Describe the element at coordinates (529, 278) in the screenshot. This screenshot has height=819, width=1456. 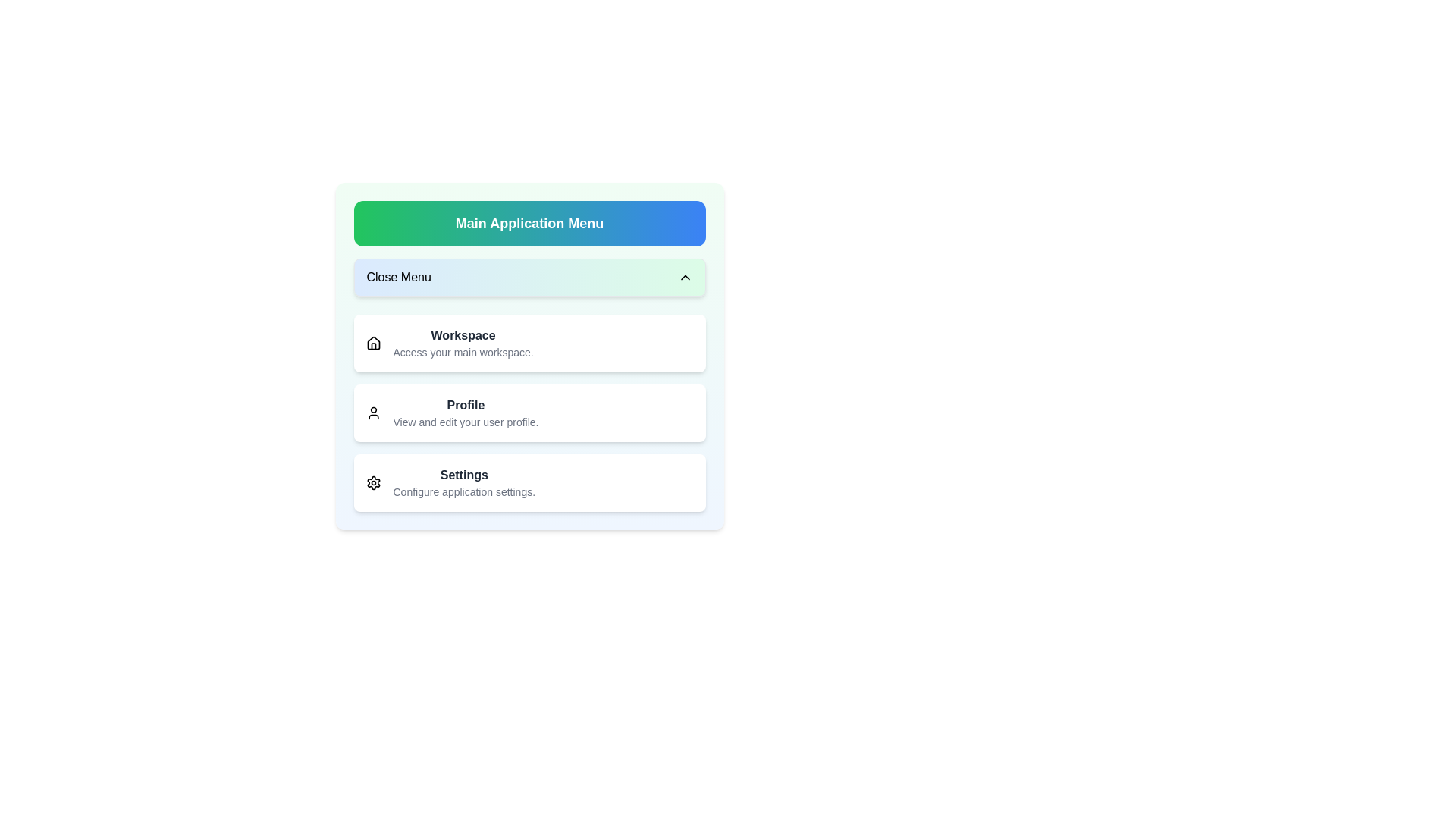
I see `'Close Menu' button to toggle the menu state` at that location.